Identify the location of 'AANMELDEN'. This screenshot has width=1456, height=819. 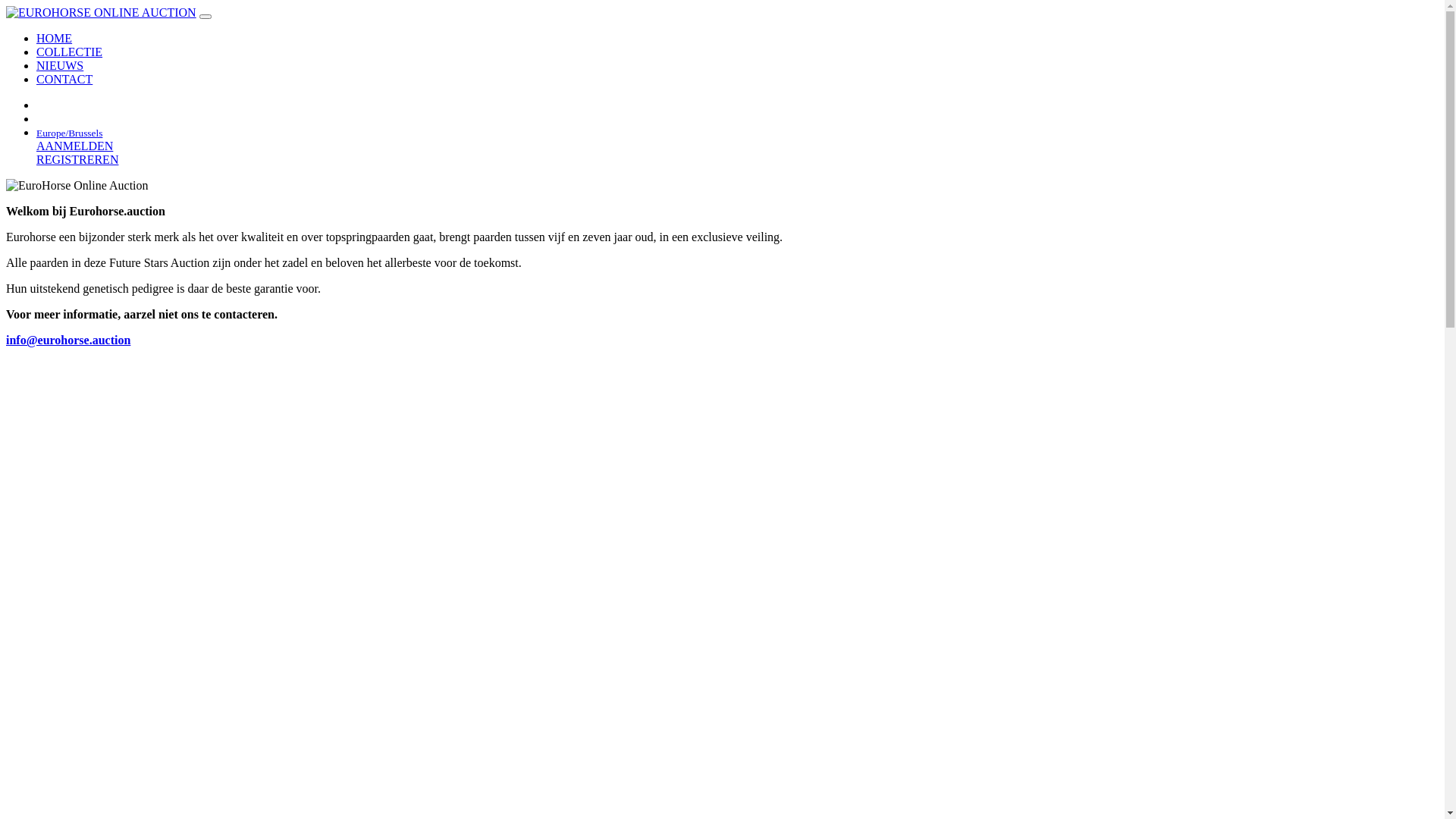
(74, 146).